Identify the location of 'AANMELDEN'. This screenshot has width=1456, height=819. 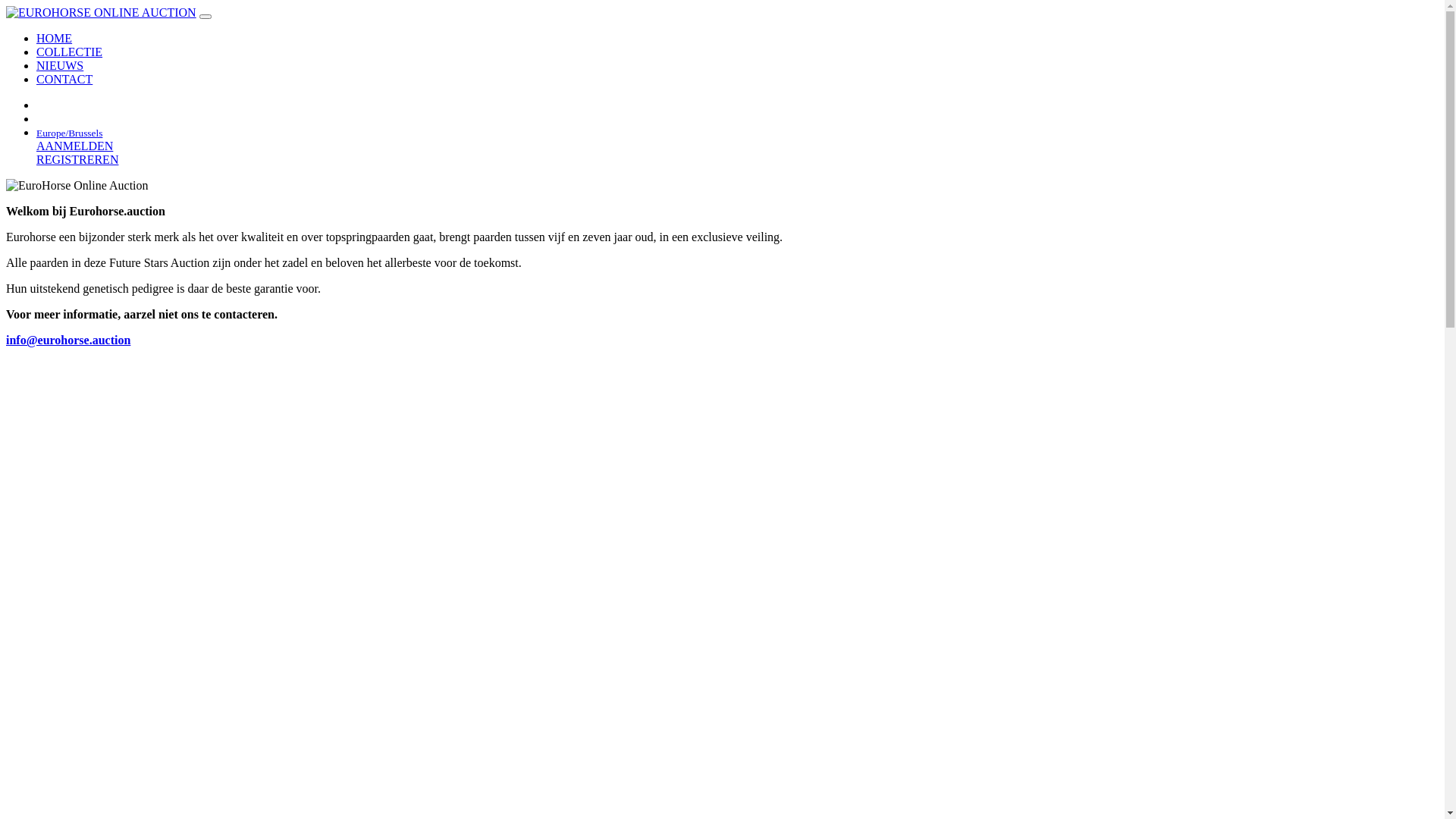
(74, 146).